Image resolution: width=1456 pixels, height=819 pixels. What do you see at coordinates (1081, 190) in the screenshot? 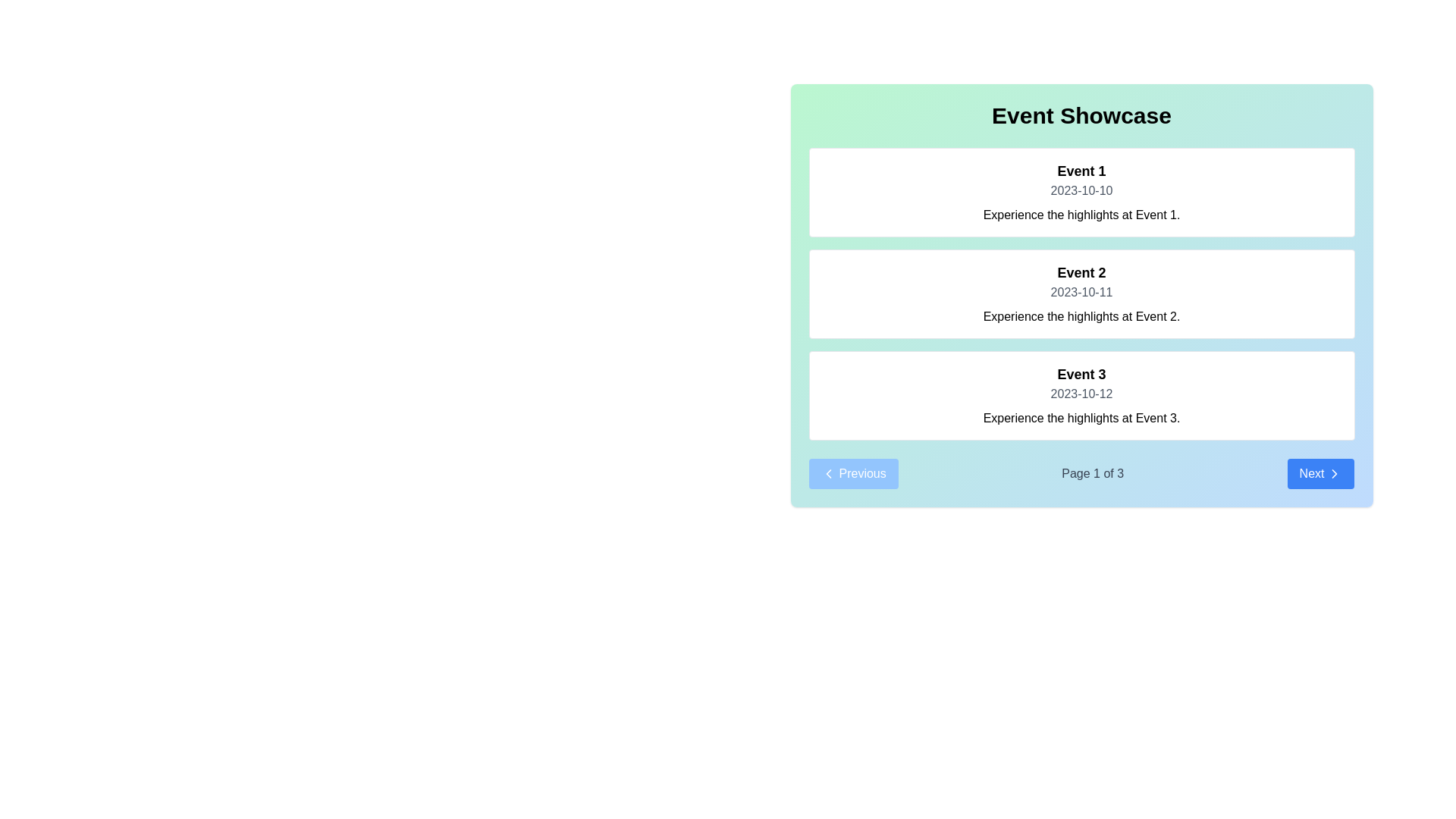
I see `the text label displaying the date '2023-10-10' located in the first event card, positioned below 'Event 1' and above the descriptive paragraph` at bounding box center [1081, 190].